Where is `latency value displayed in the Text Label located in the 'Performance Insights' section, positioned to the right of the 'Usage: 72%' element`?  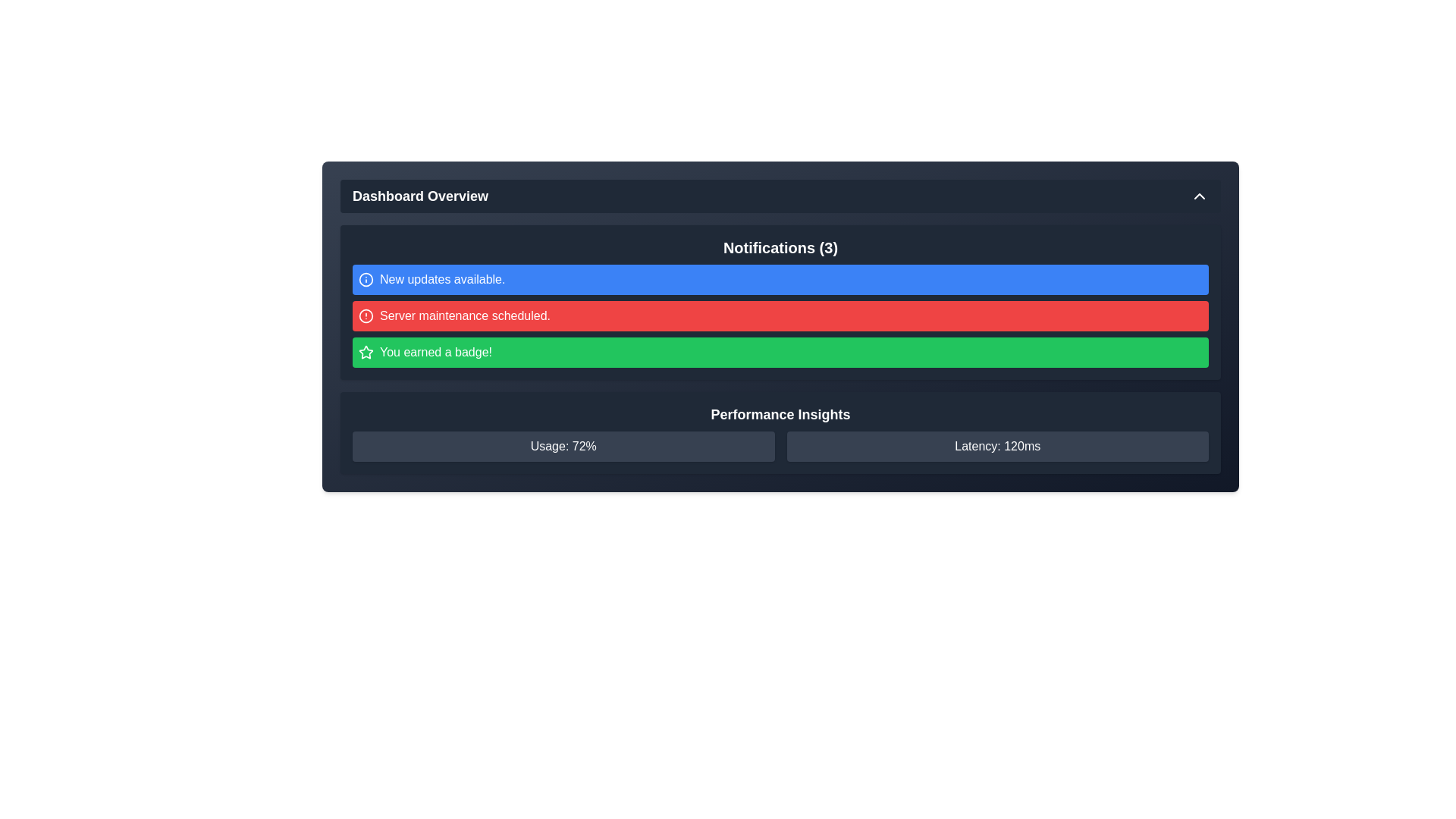
latency value displayed in the Text Label located in the 'Performance Insights' section, positioned to the right of the 'Usage: 72%' element is located at coordinates (997, 446).